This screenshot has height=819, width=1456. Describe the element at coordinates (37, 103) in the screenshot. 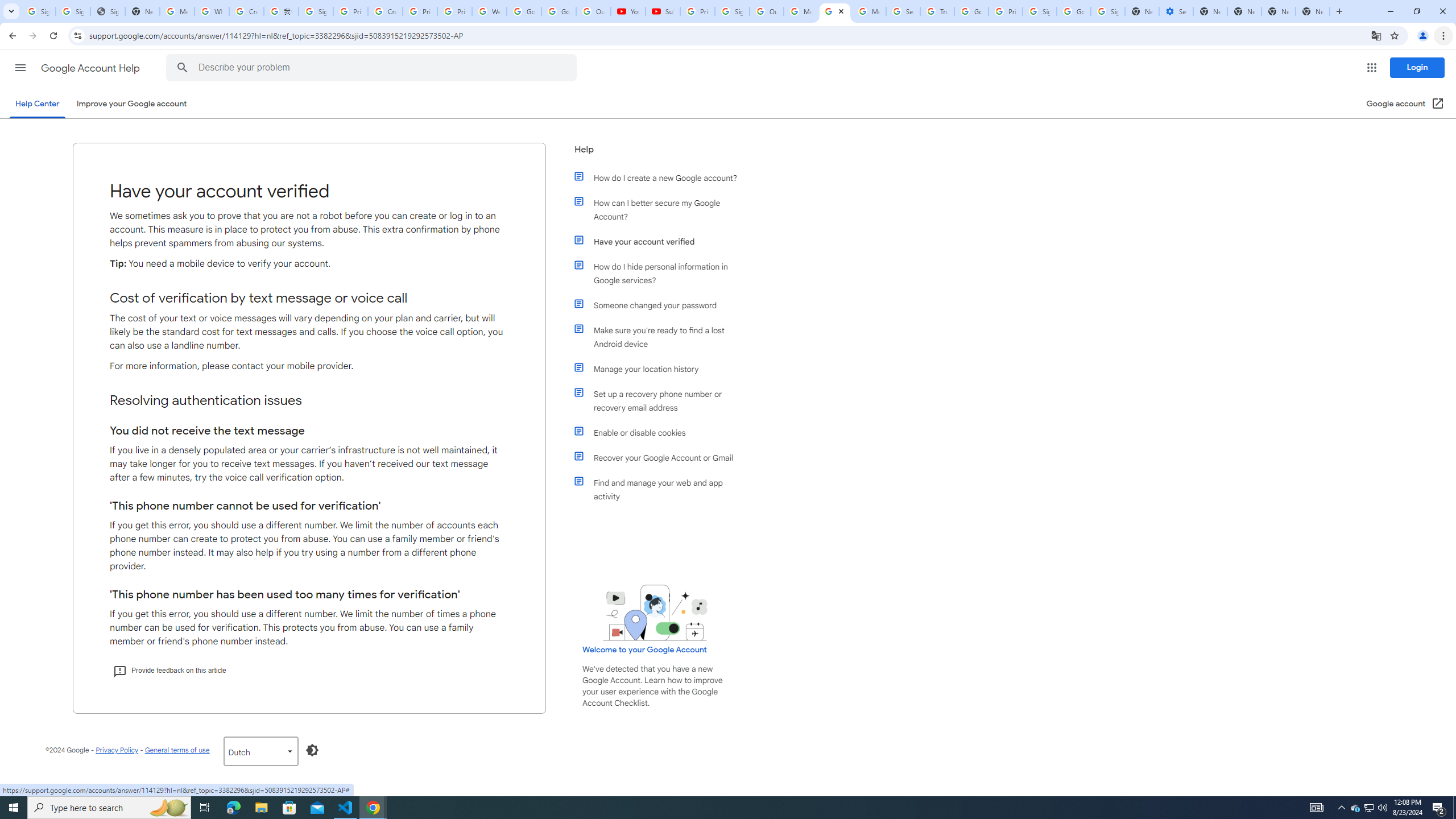

I see `'Help Center'` at that location.